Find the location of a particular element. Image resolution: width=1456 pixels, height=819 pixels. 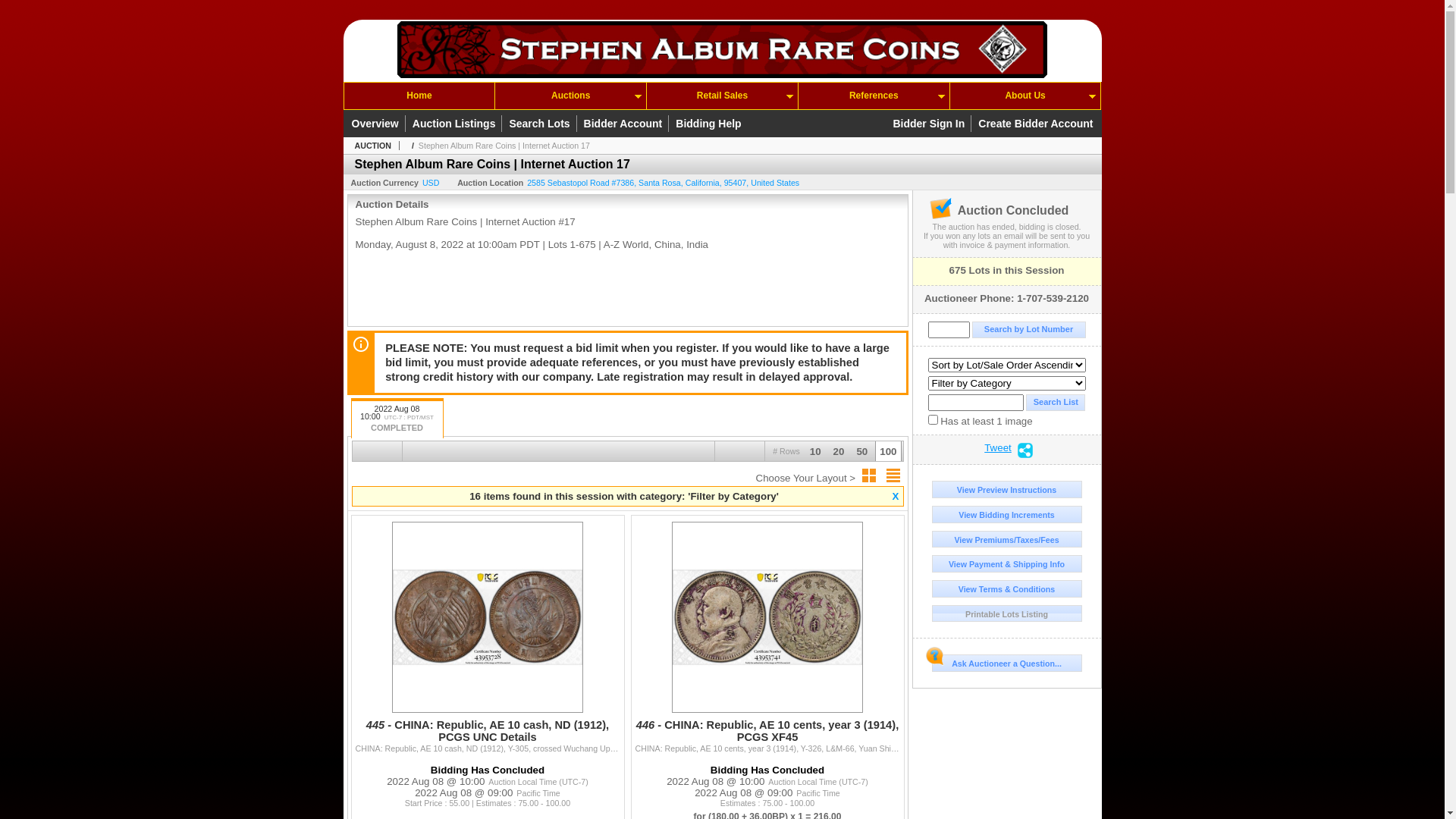

'Tweet' is located at coordinates (997, 450).